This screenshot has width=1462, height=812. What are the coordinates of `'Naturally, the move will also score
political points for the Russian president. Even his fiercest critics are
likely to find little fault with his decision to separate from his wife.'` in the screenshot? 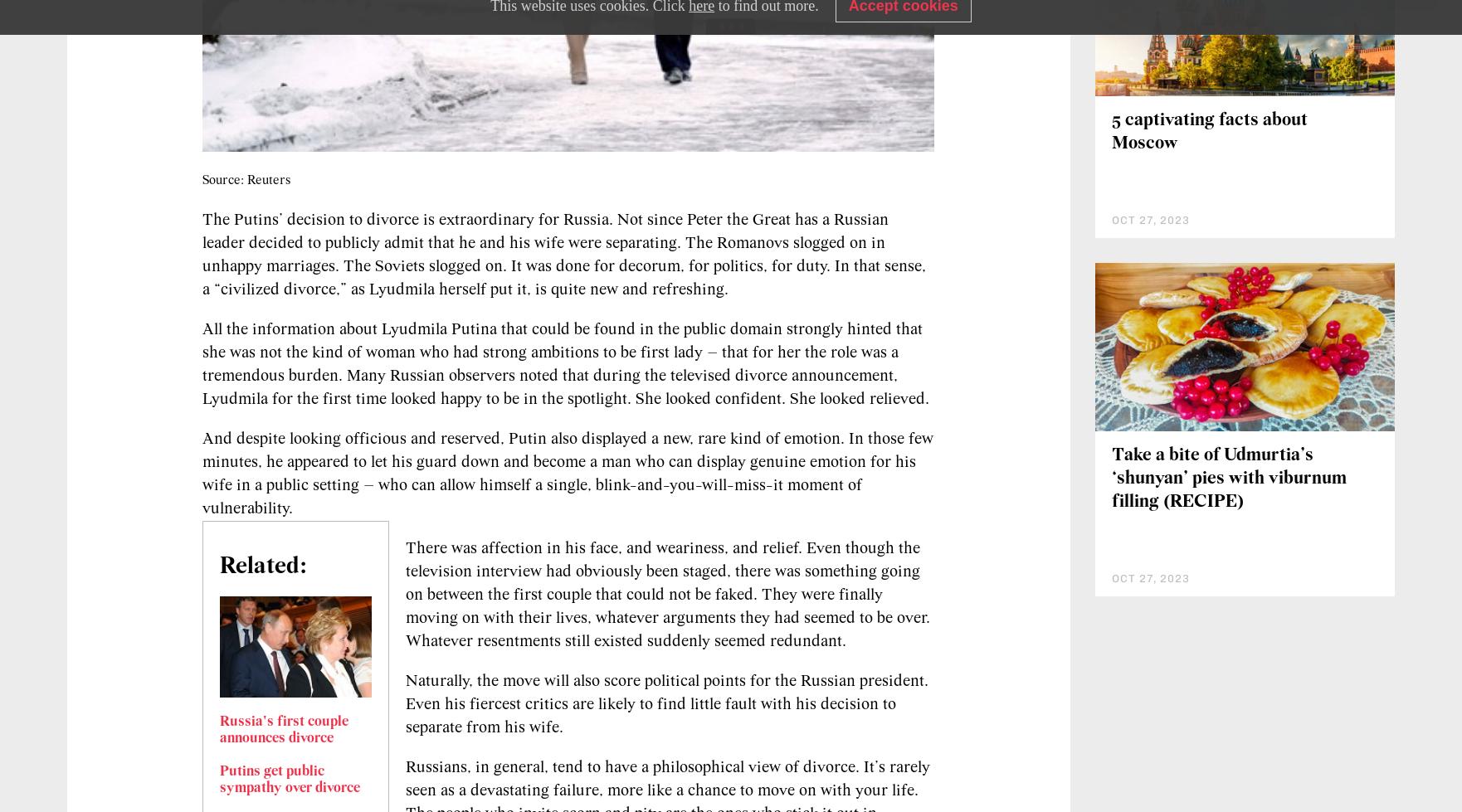 It's located at (666, 703).